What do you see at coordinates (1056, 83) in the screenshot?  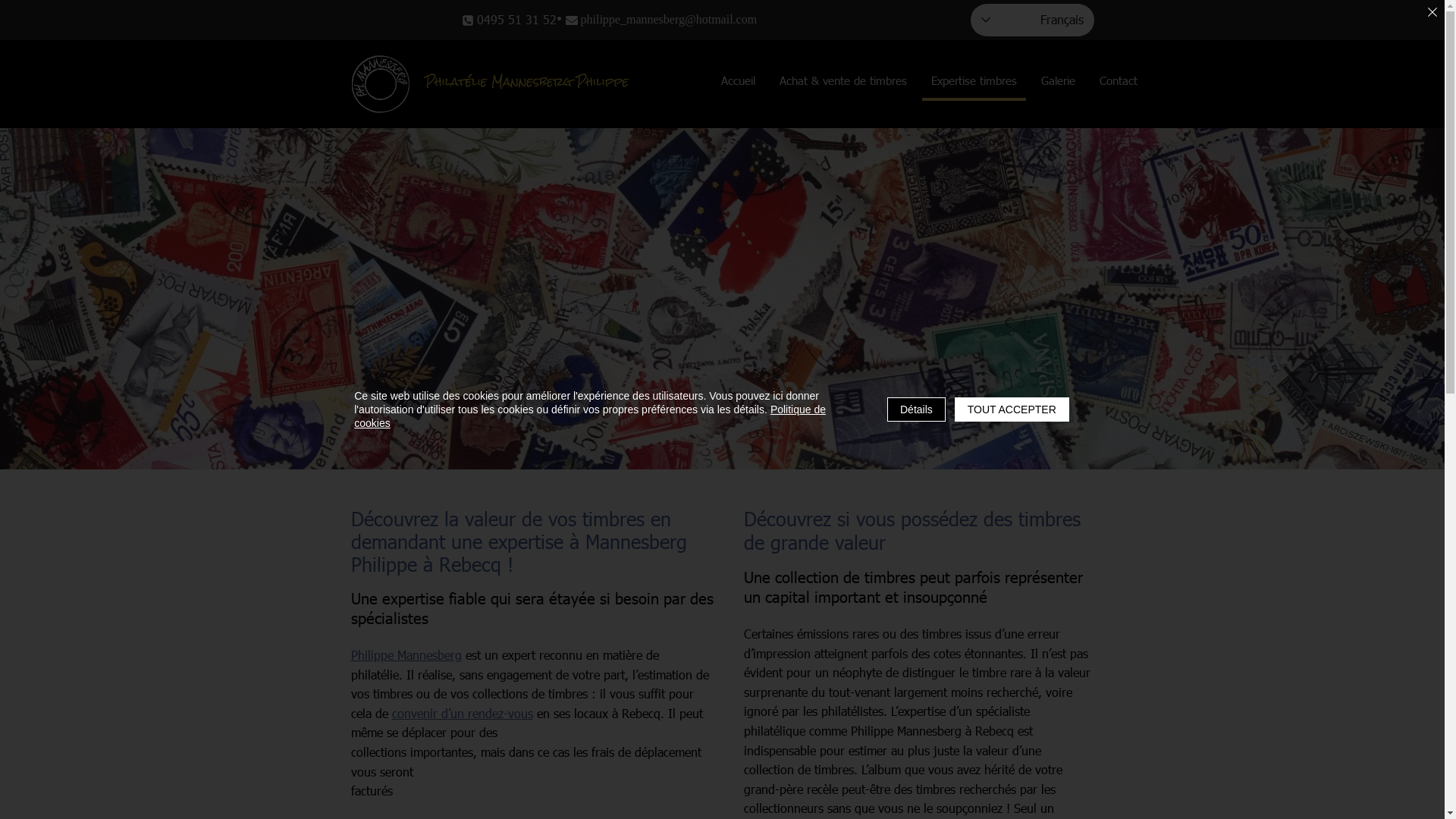 I see `'Galerie'` at bounding box center [1056, 83].